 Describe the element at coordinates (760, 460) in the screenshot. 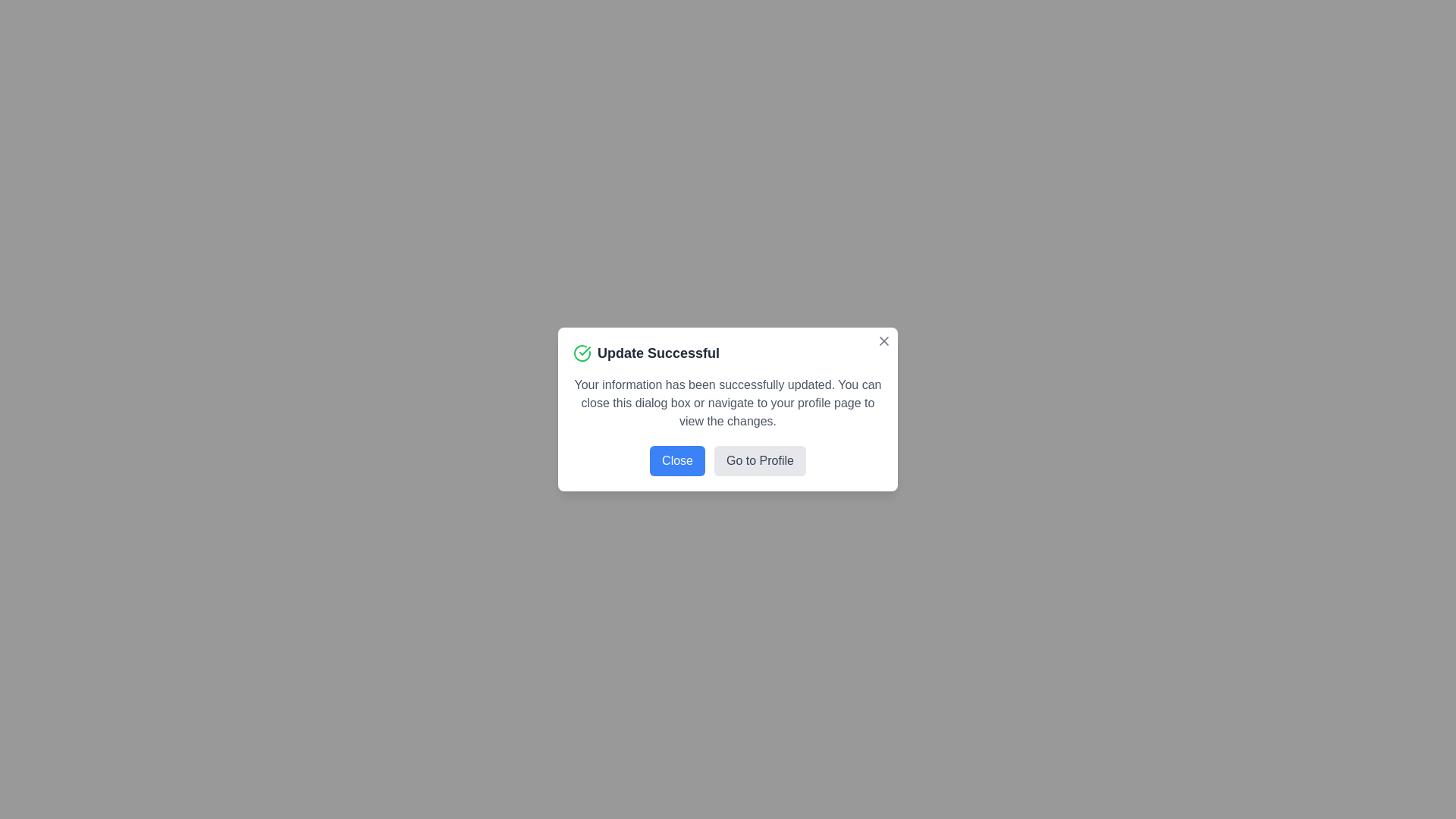

I see `'Go to Profile' button to navigate to the profile page` at that location.